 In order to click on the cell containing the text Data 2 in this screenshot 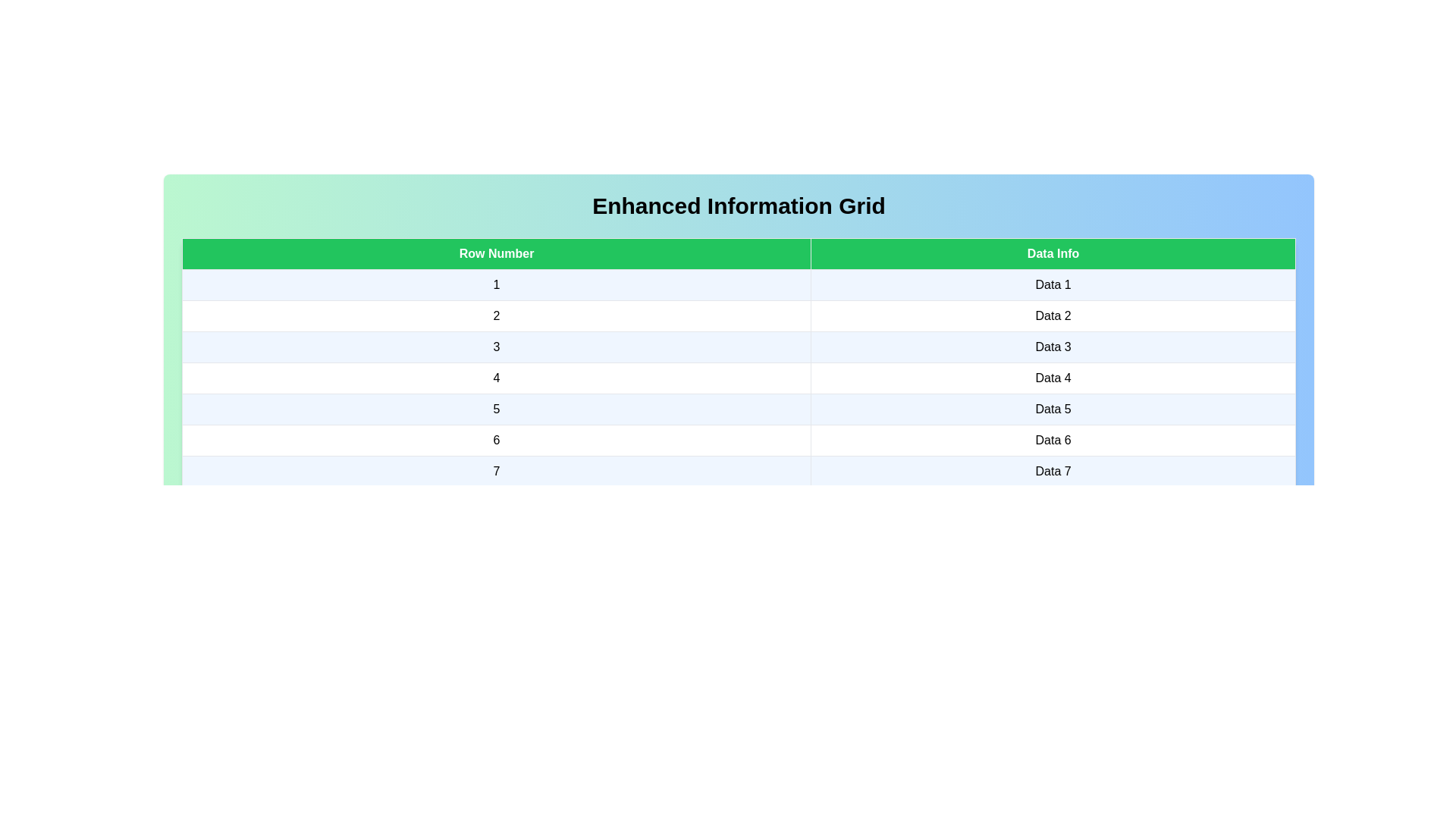, I will do `click(1053, 315)`.